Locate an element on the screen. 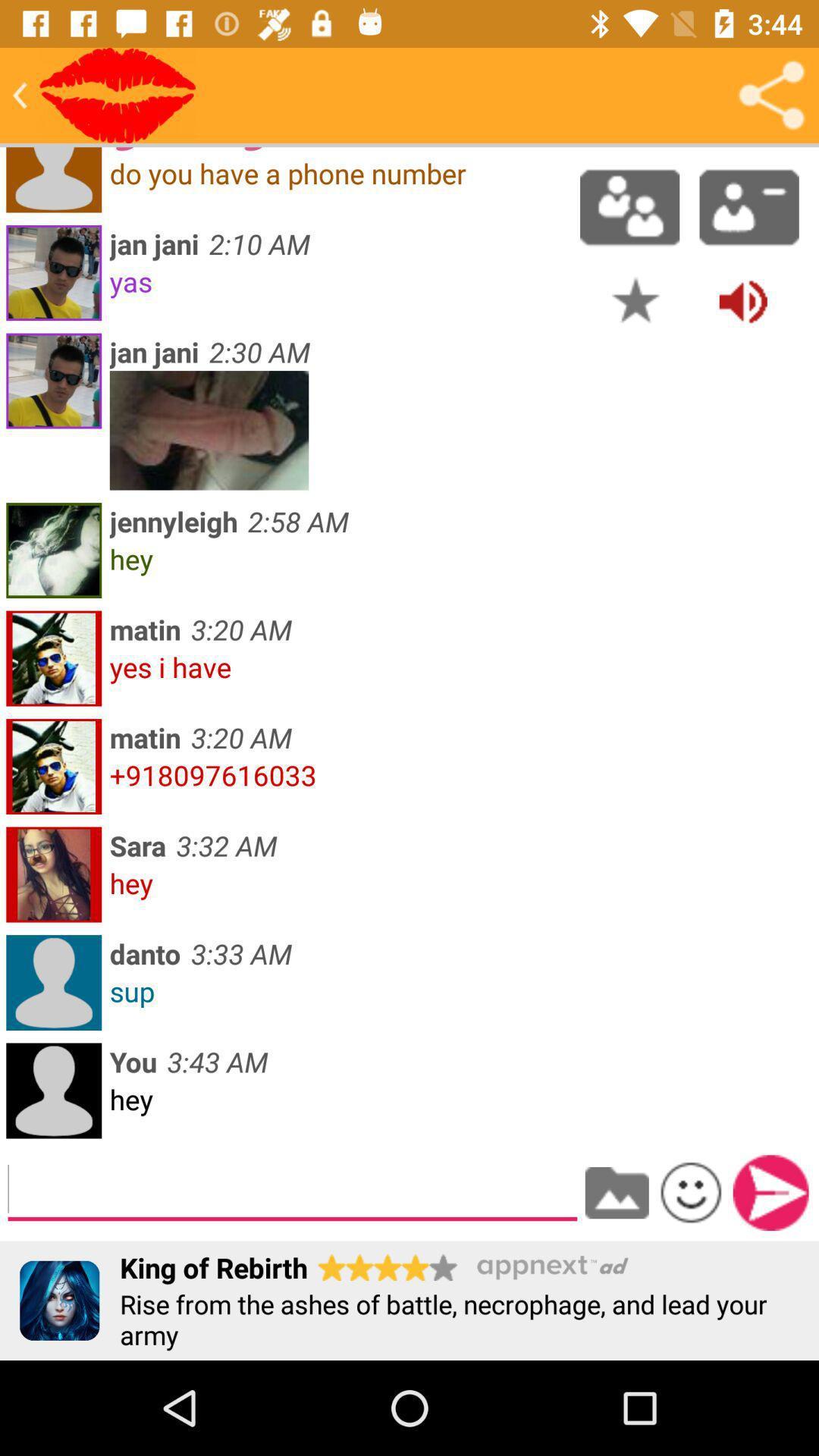  icon above the rise from the is located at coordinates (770, 1192).